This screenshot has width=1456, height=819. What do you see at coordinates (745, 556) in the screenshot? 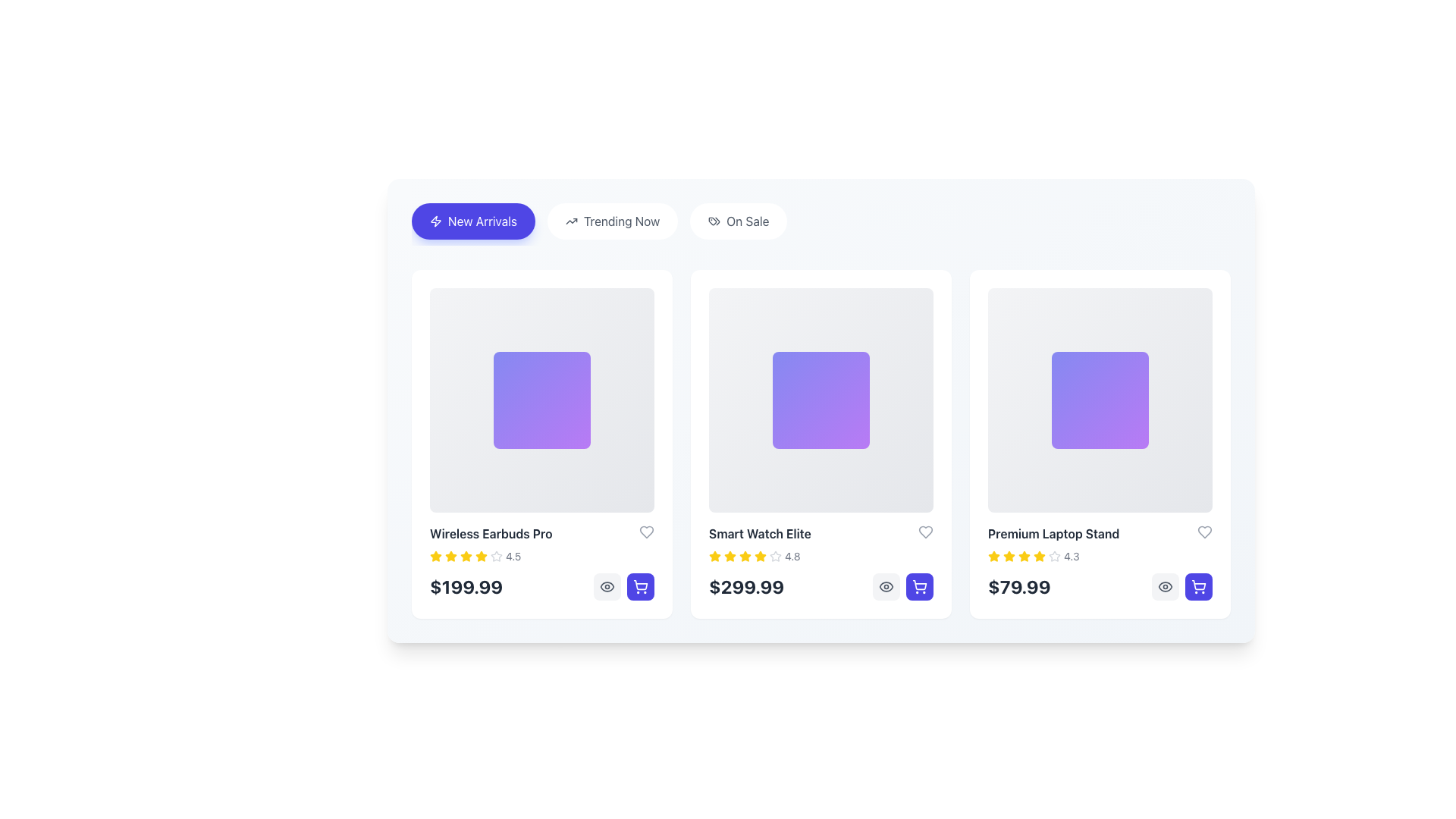
I see `the fourth rating star icon for the 'Smart Watch Elite' product` at bounding box center [745, 556].